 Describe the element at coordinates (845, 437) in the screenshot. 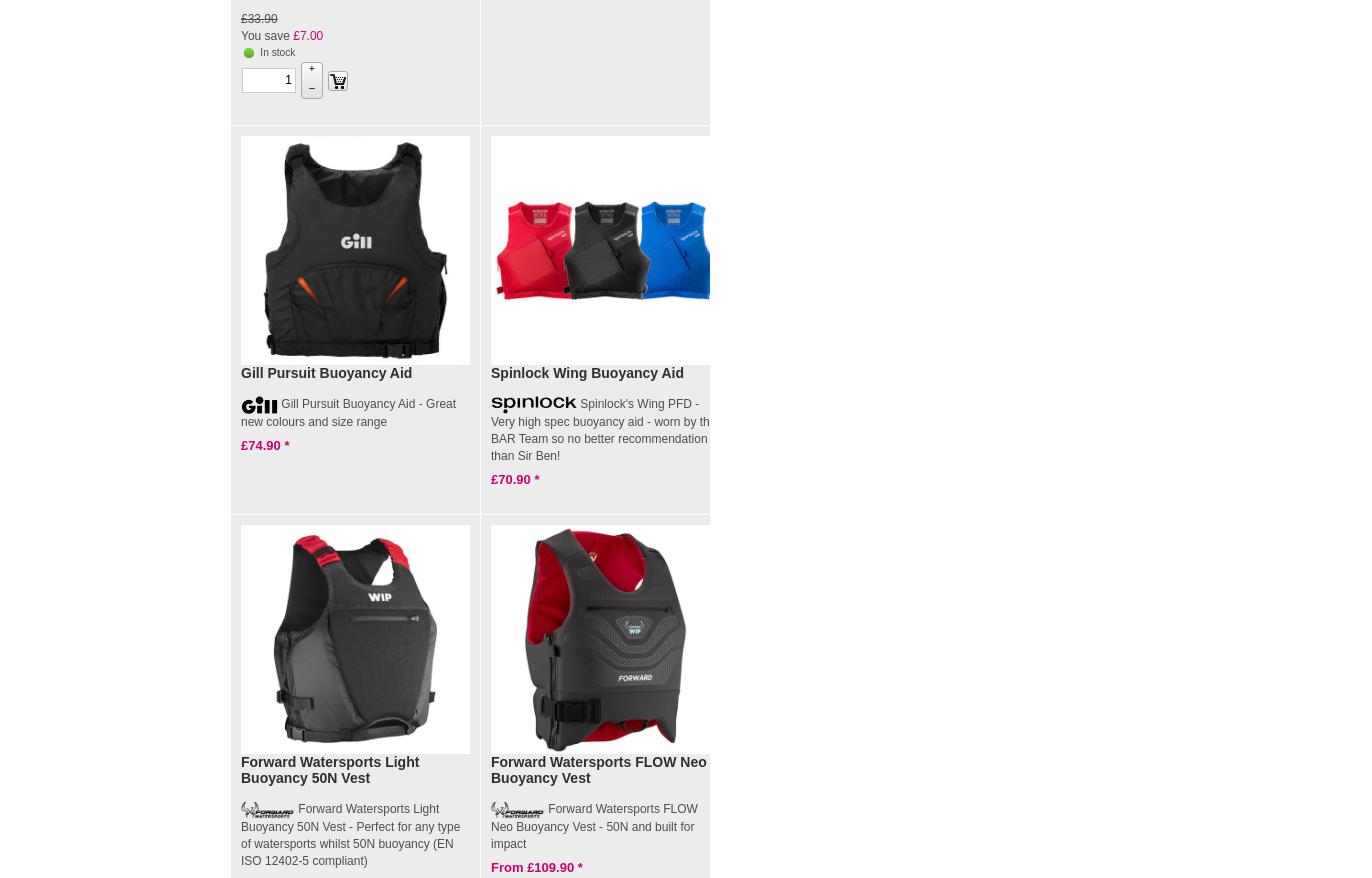

I see `'Spinlock Foil Front Zip Buoyancy Aid - Low profile for great access around the boat'` at that location.